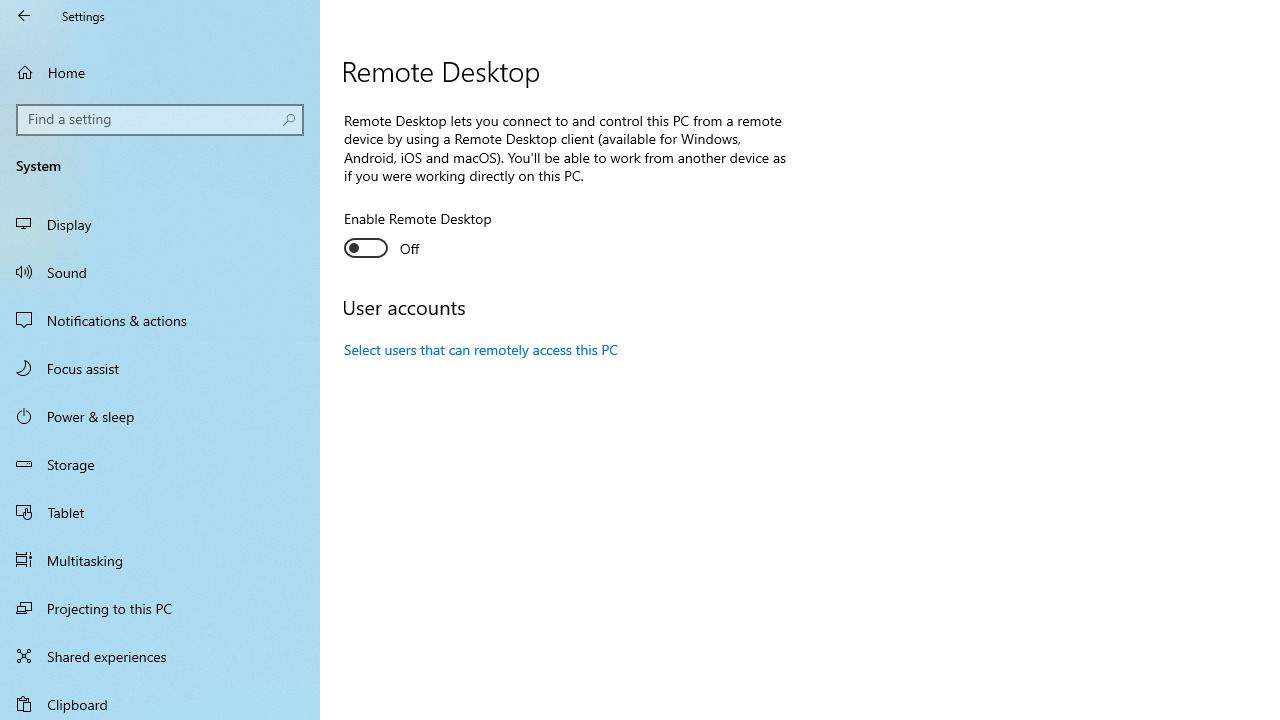 The image size is (1280, 720). What do you see at coordinates (160, 119) in the screenshot?
I see `'Search box, Find a setting'` at bounding box center [160, 119].